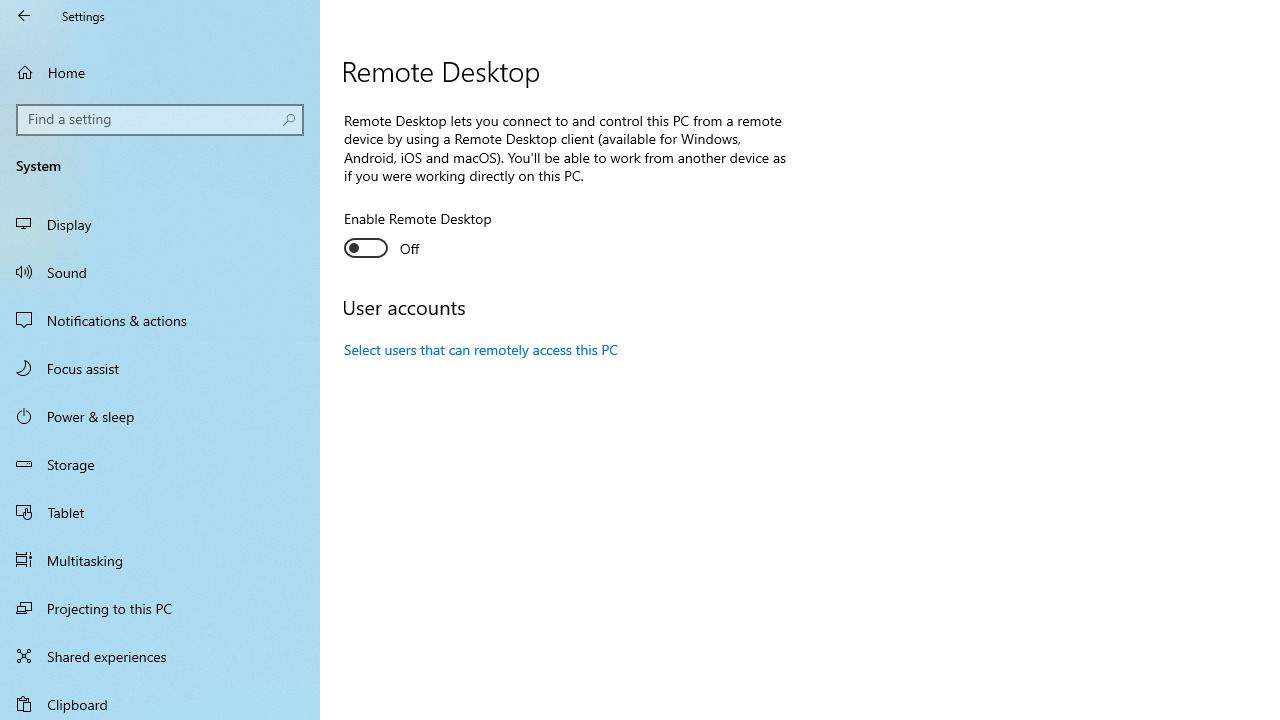 The image size is (1280, 720). What do you see at coordinates (160, 119) in the screenshot?
I see `'Search box, Find a setting'` at bounding box center [160, 119].